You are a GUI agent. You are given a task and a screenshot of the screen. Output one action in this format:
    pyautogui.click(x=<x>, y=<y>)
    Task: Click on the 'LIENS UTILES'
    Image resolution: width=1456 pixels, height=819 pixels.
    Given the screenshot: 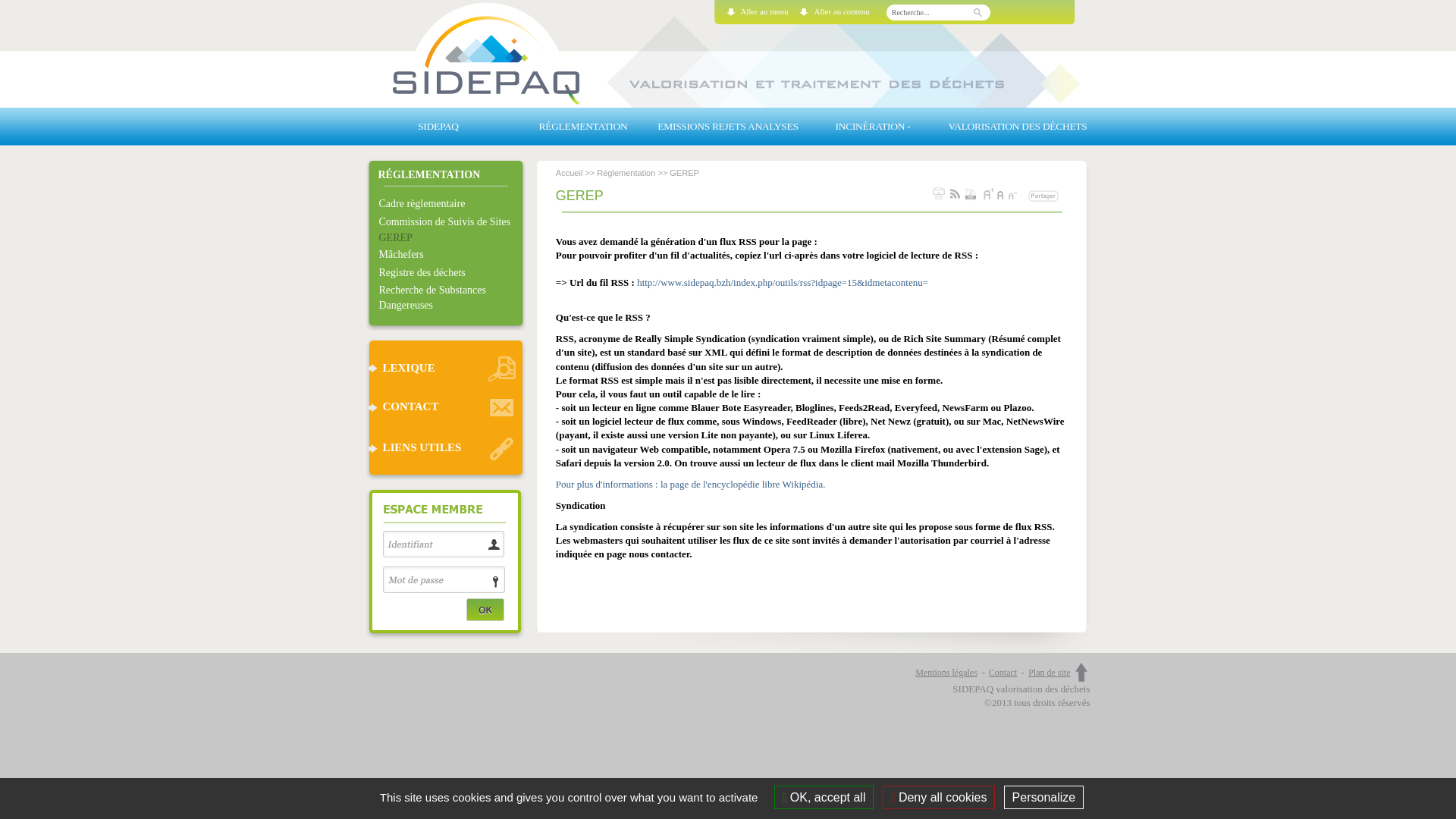 What is the action you would take?
    pyautogui.click(x=444, y=447)
    